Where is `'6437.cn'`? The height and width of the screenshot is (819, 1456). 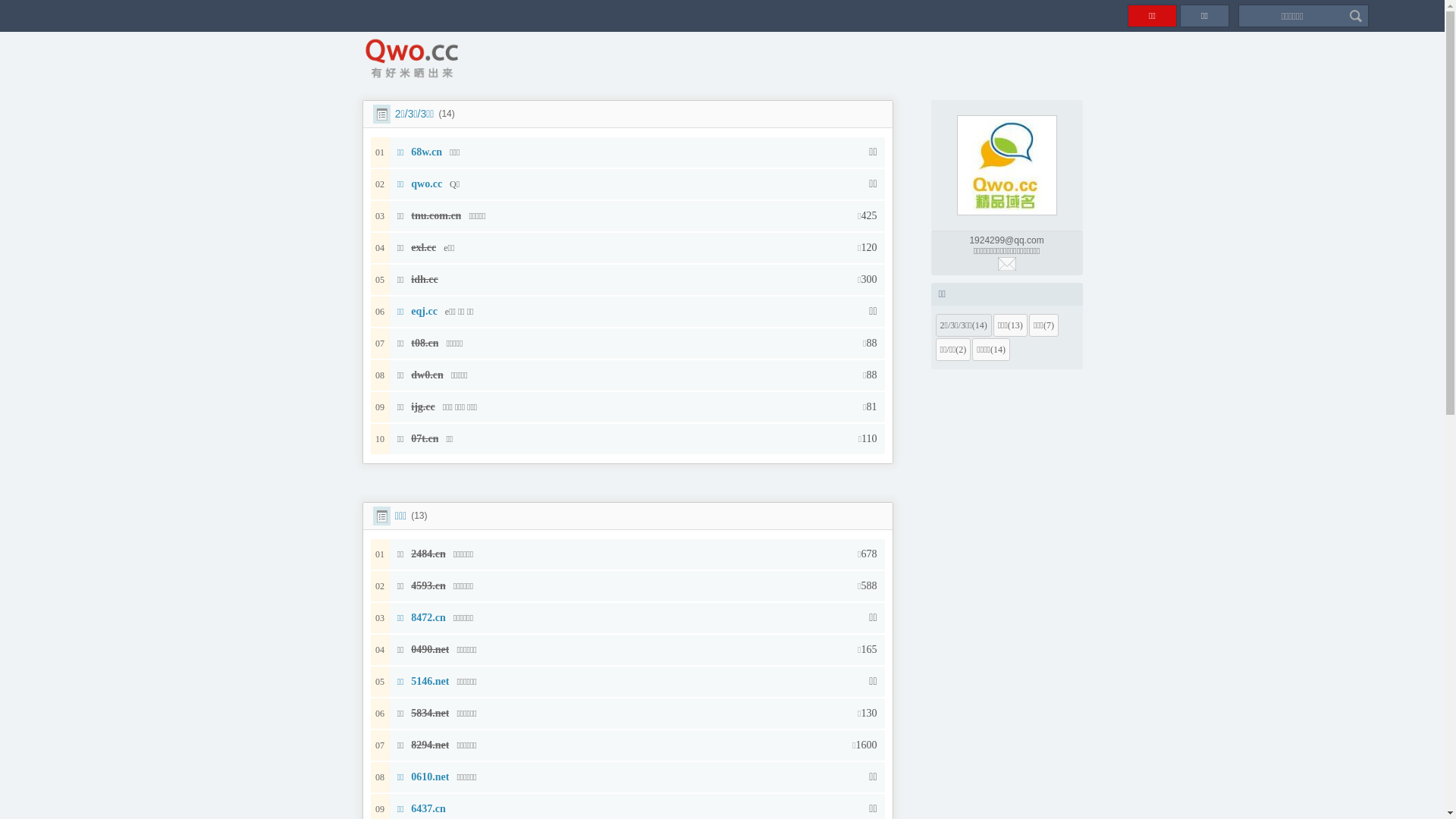
'6437.cn' is located at coordinates (428, 808).